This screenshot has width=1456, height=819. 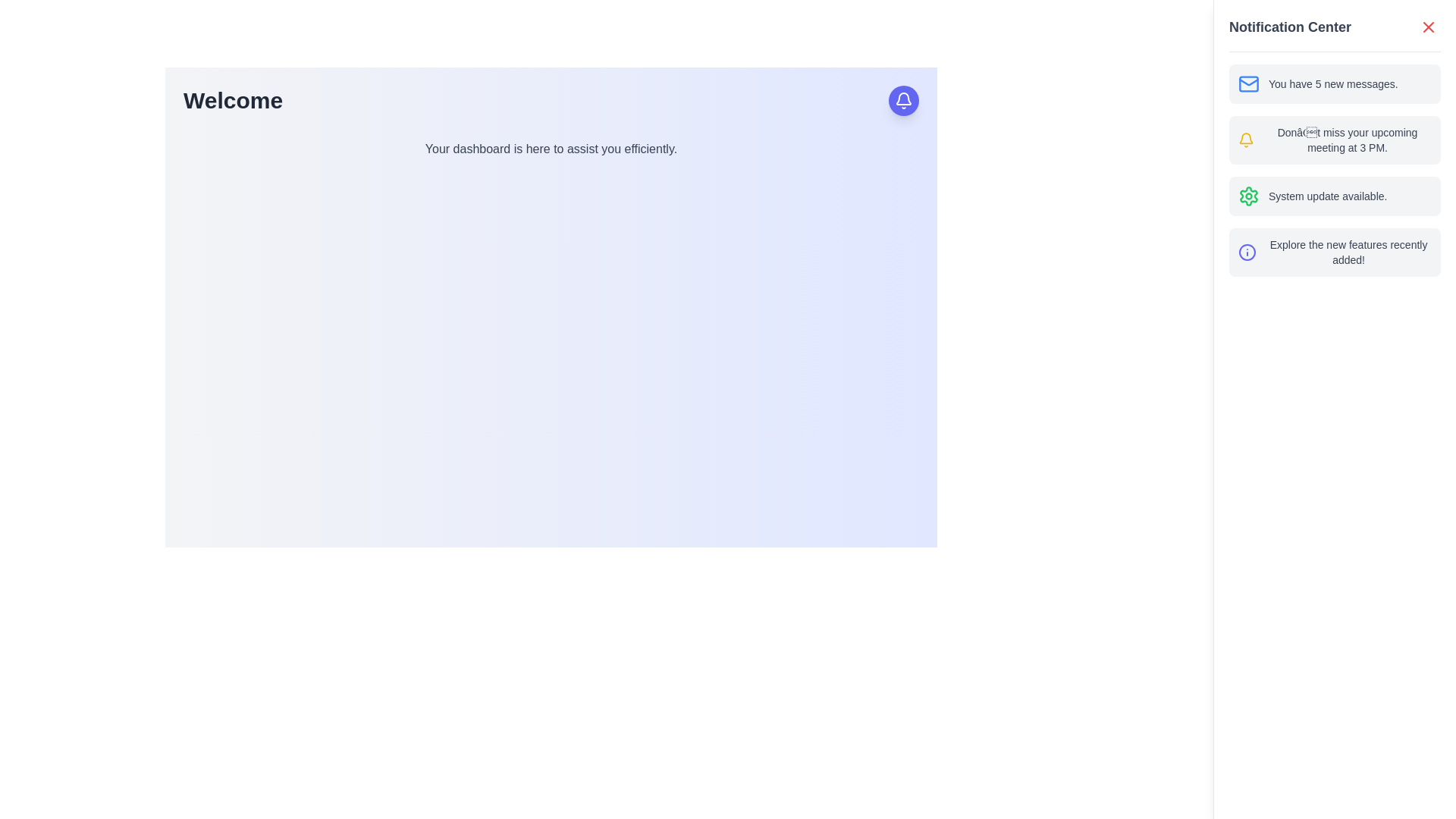 I want to click on the informational text element that conveys new features in the system, located at the bottom of the notification list in the sidebar, so click(x=1348, y=251).